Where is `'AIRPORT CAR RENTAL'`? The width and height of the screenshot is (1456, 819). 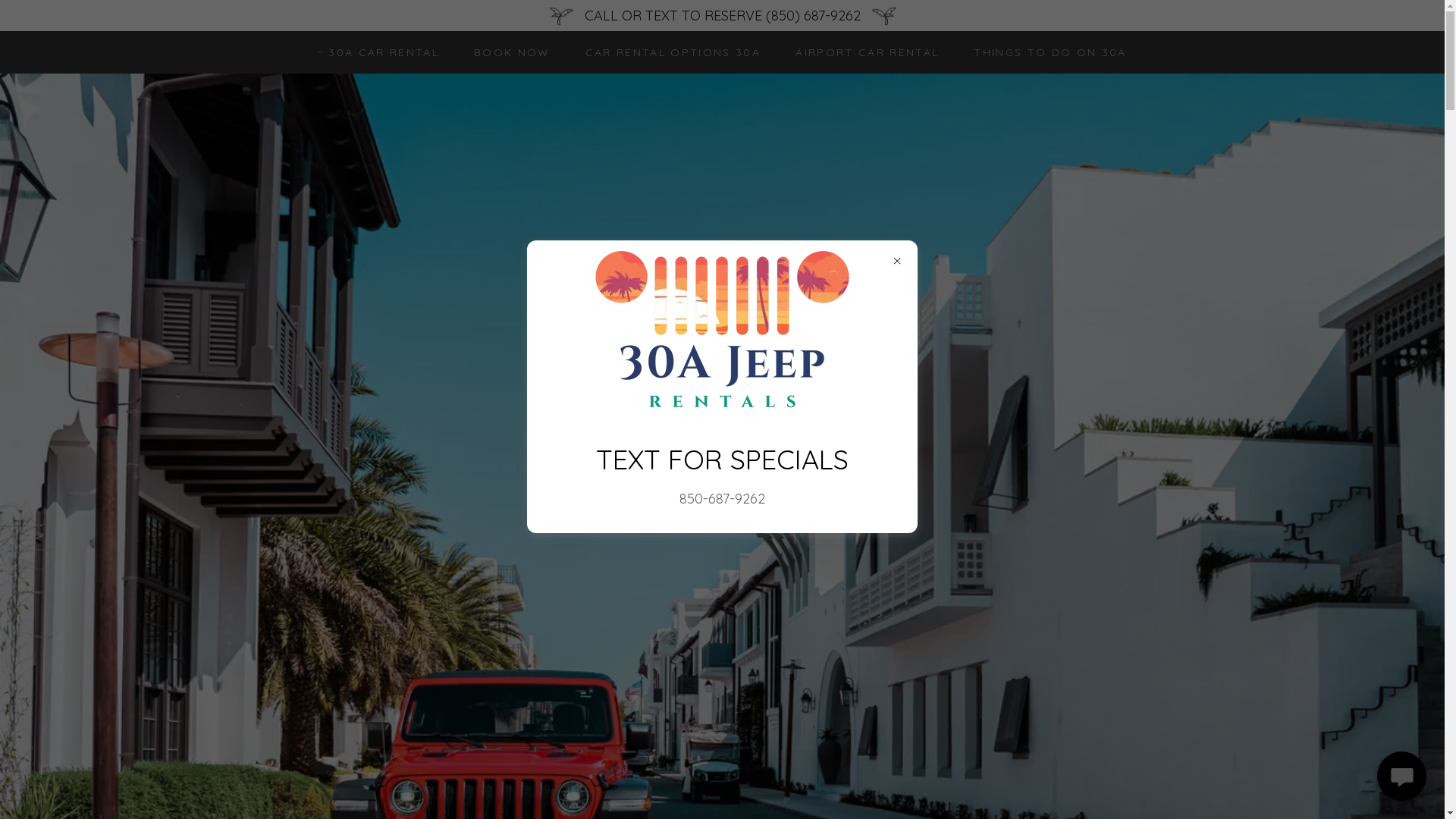
'AIRPORT CAR RENTAL' is located at coordinates (861, 52).